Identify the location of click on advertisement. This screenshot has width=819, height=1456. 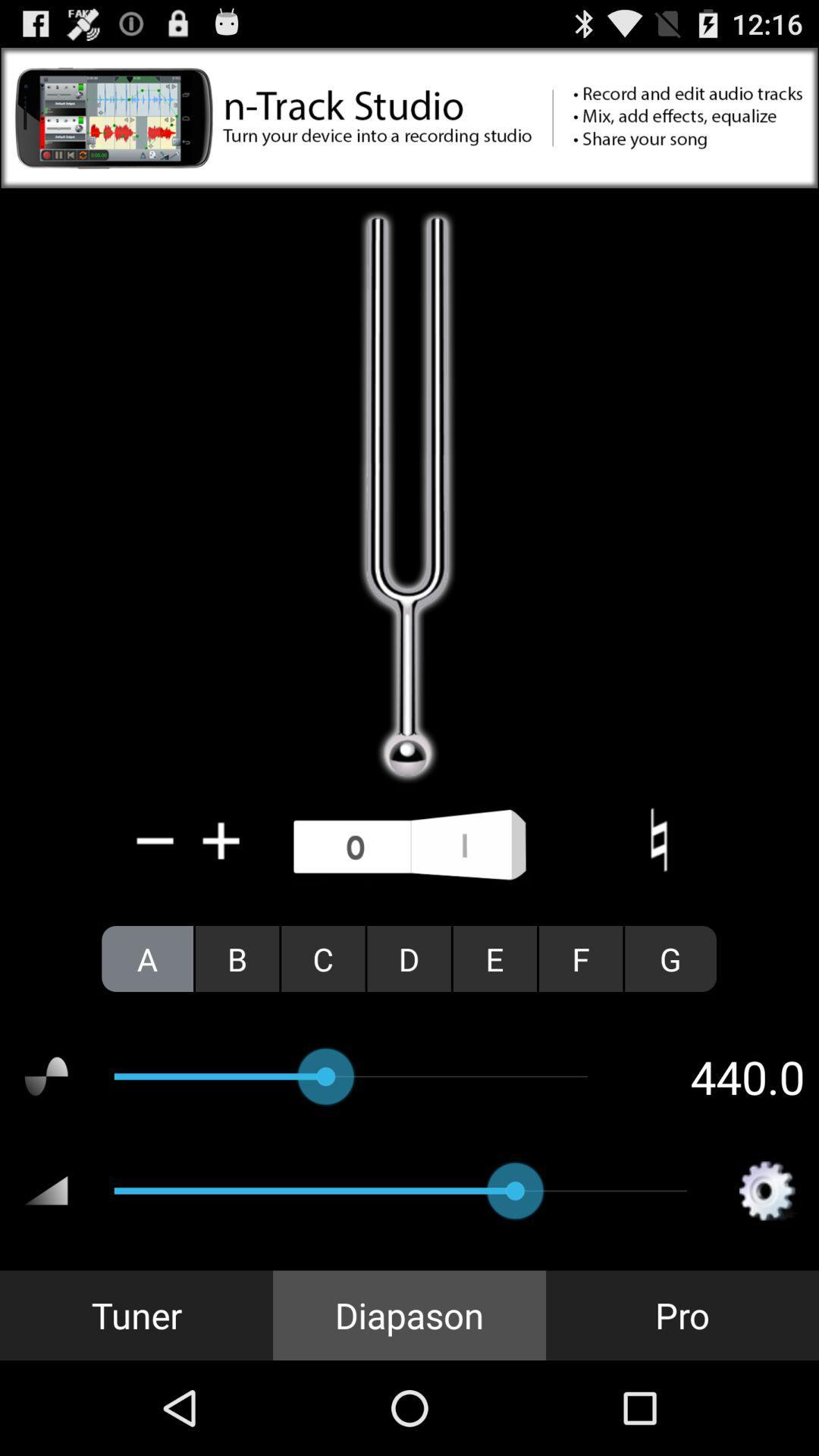
(409, 117).